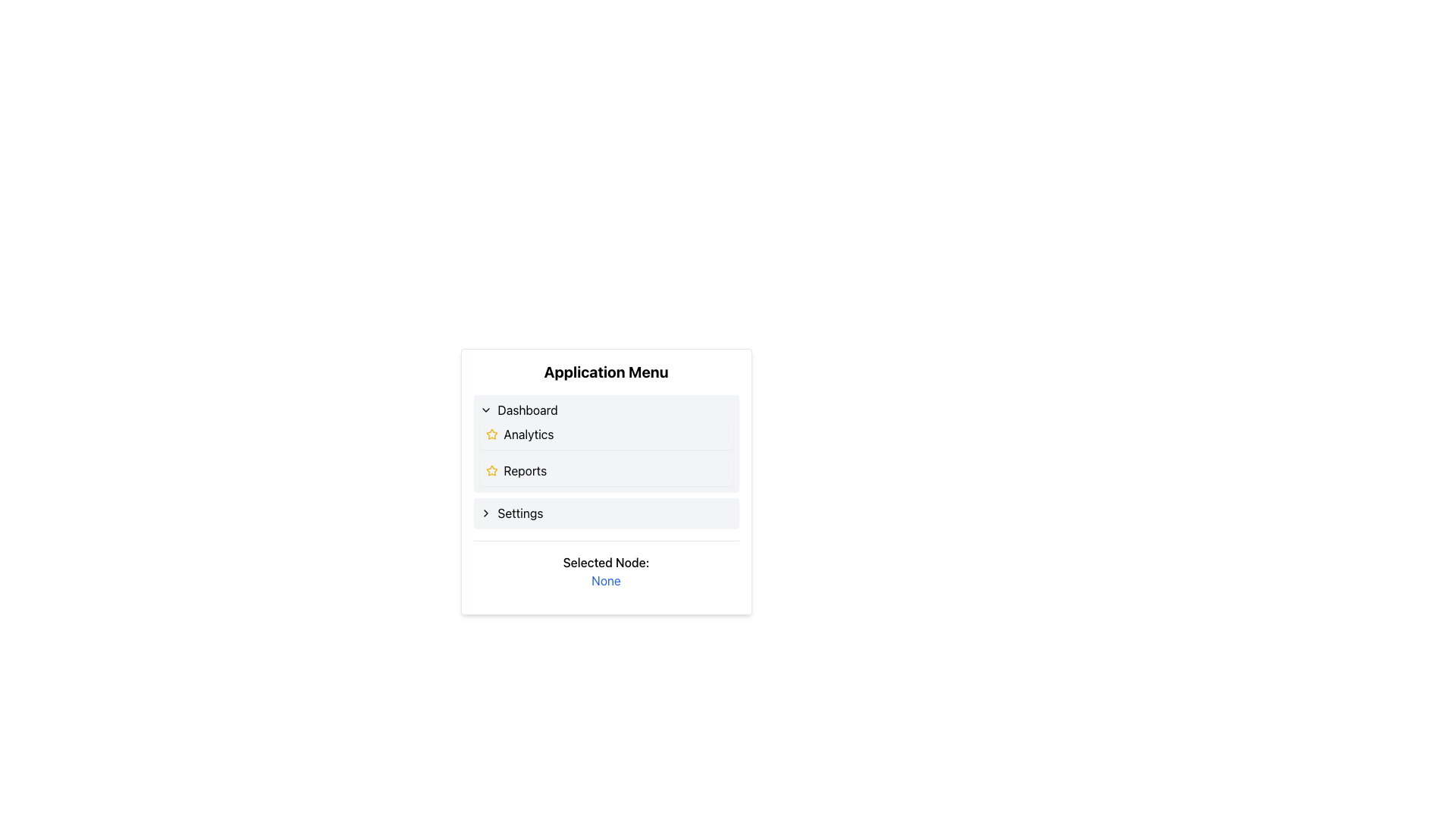  Describe the element at coordinates (491, 435) in the screenshot. I see `the star-shaped icon with a vibrant yellow outline, positioned to the left of the text labeled 'Analytics'` at that location.